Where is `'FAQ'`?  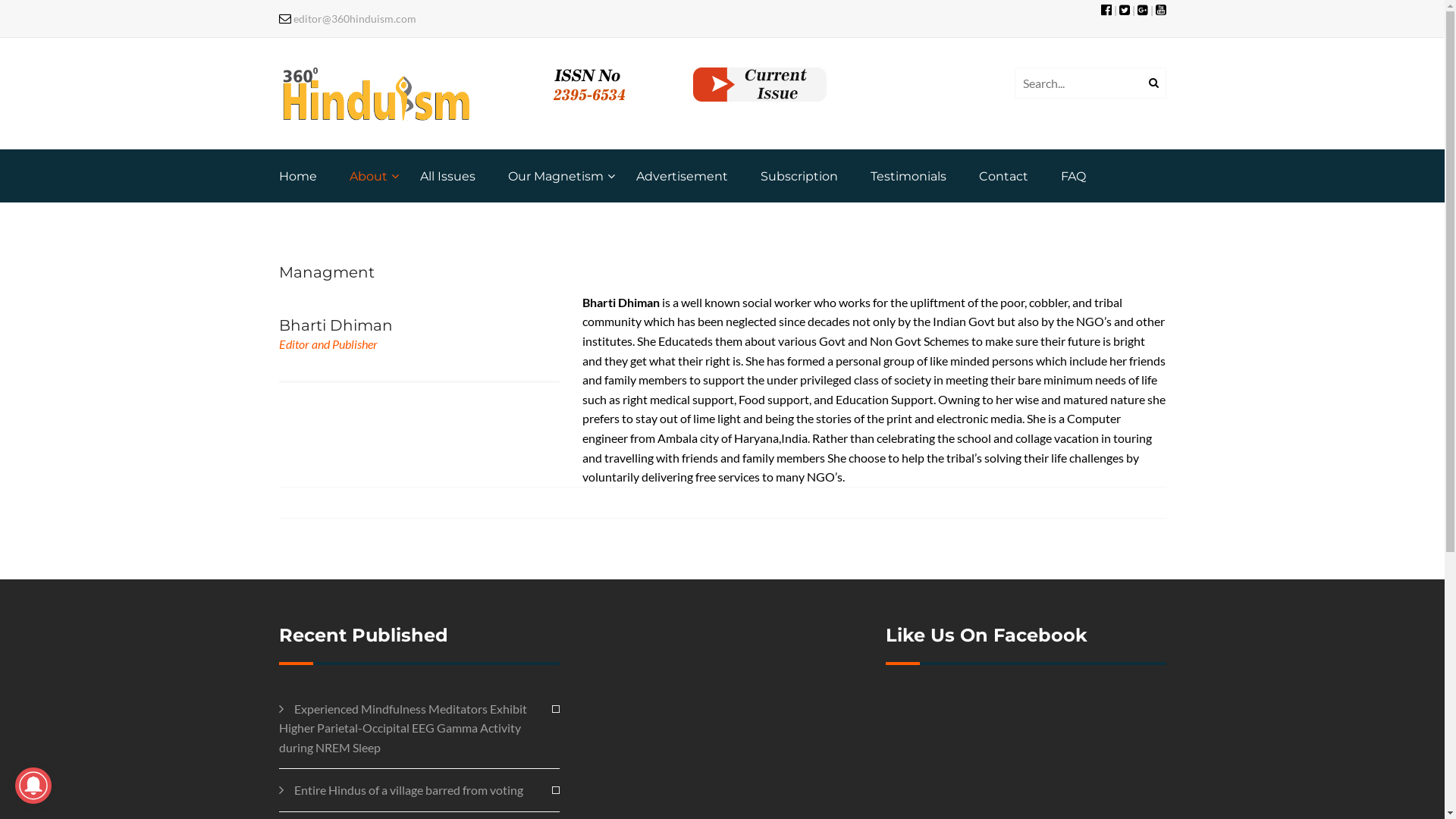 'FAQ' is located at coordinates (1072, 175).